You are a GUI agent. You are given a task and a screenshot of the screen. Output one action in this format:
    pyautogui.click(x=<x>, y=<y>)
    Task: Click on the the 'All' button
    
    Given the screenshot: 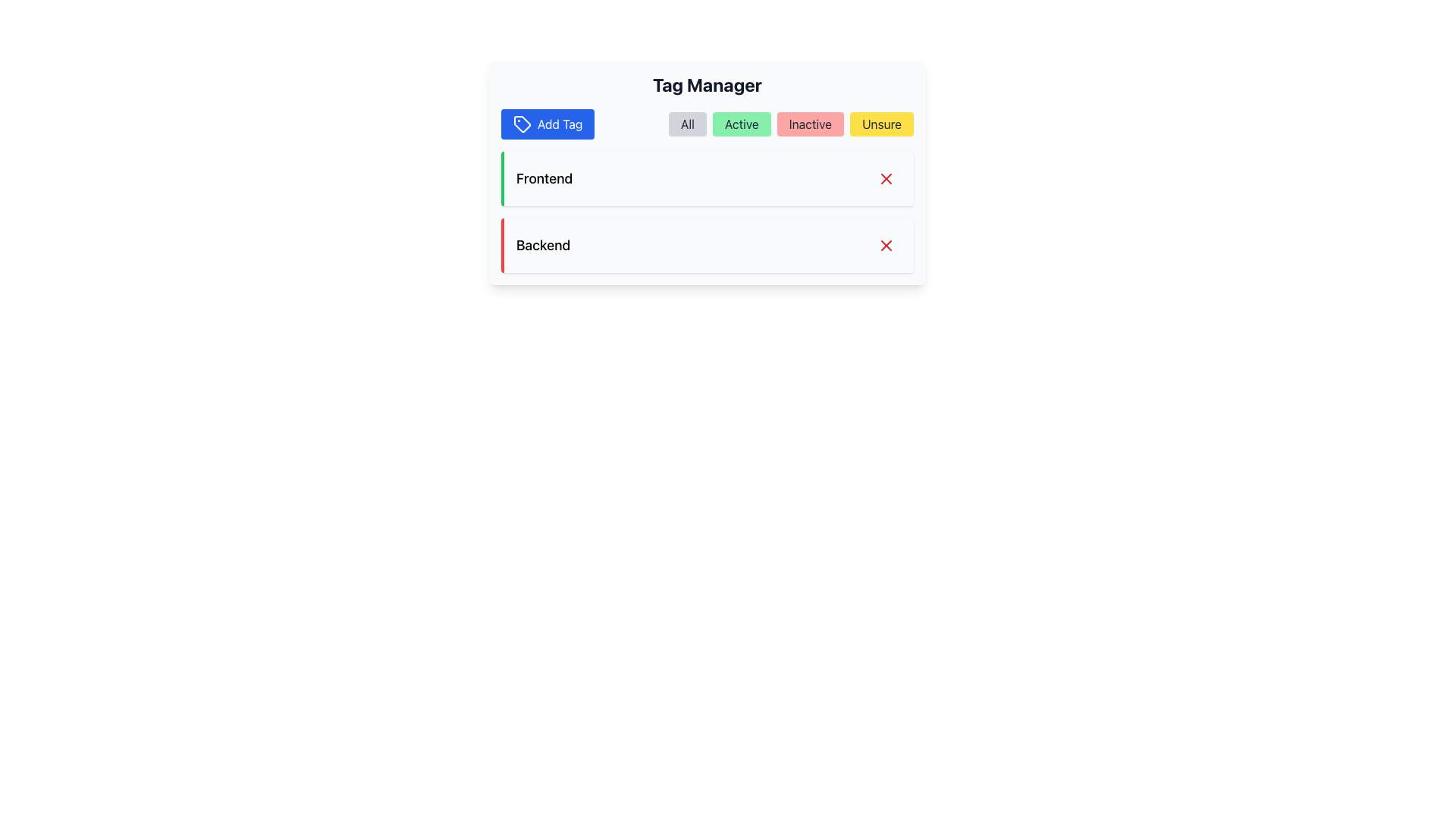 What is the action you would take?
    pyautogui.click(x=687, y=124)
    